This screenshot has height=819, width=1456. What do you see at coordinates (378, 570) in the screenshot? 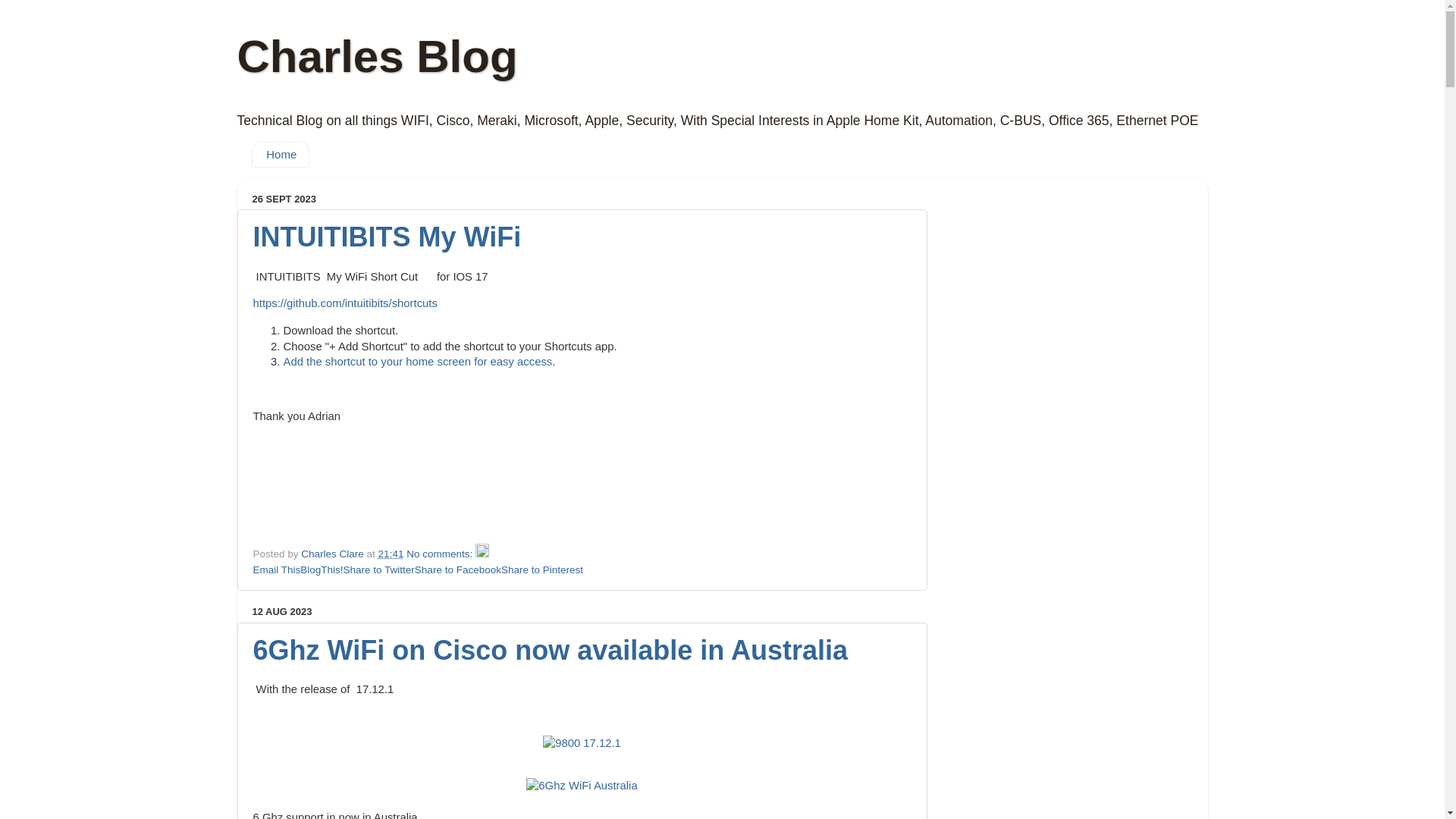
I see `'Share to Twitter'` at bounding box center [378, 570].